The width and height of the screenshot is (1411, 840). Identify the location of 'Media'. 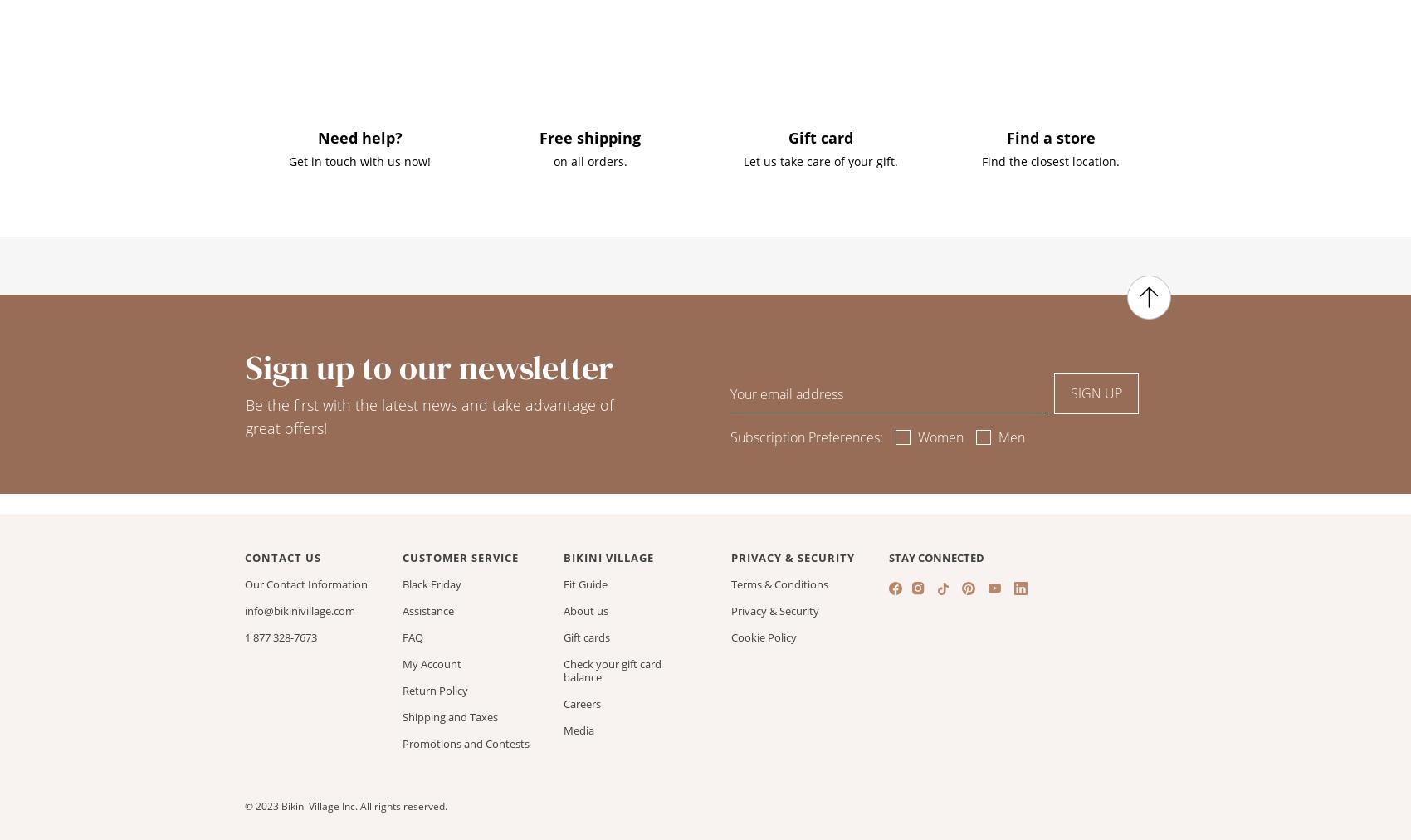
(579, 729).